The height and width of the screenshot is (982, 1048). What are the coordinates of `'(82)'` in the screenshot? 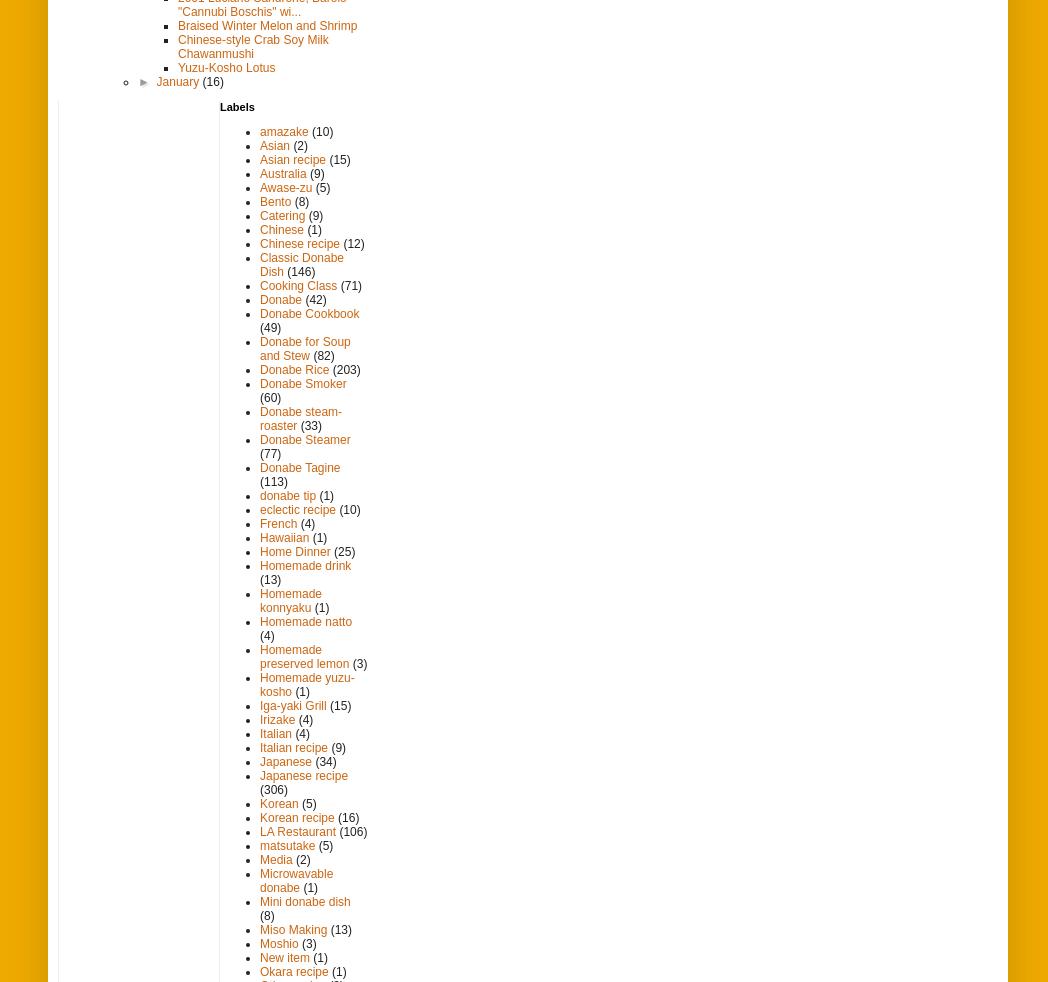 It's located at (323, 355).